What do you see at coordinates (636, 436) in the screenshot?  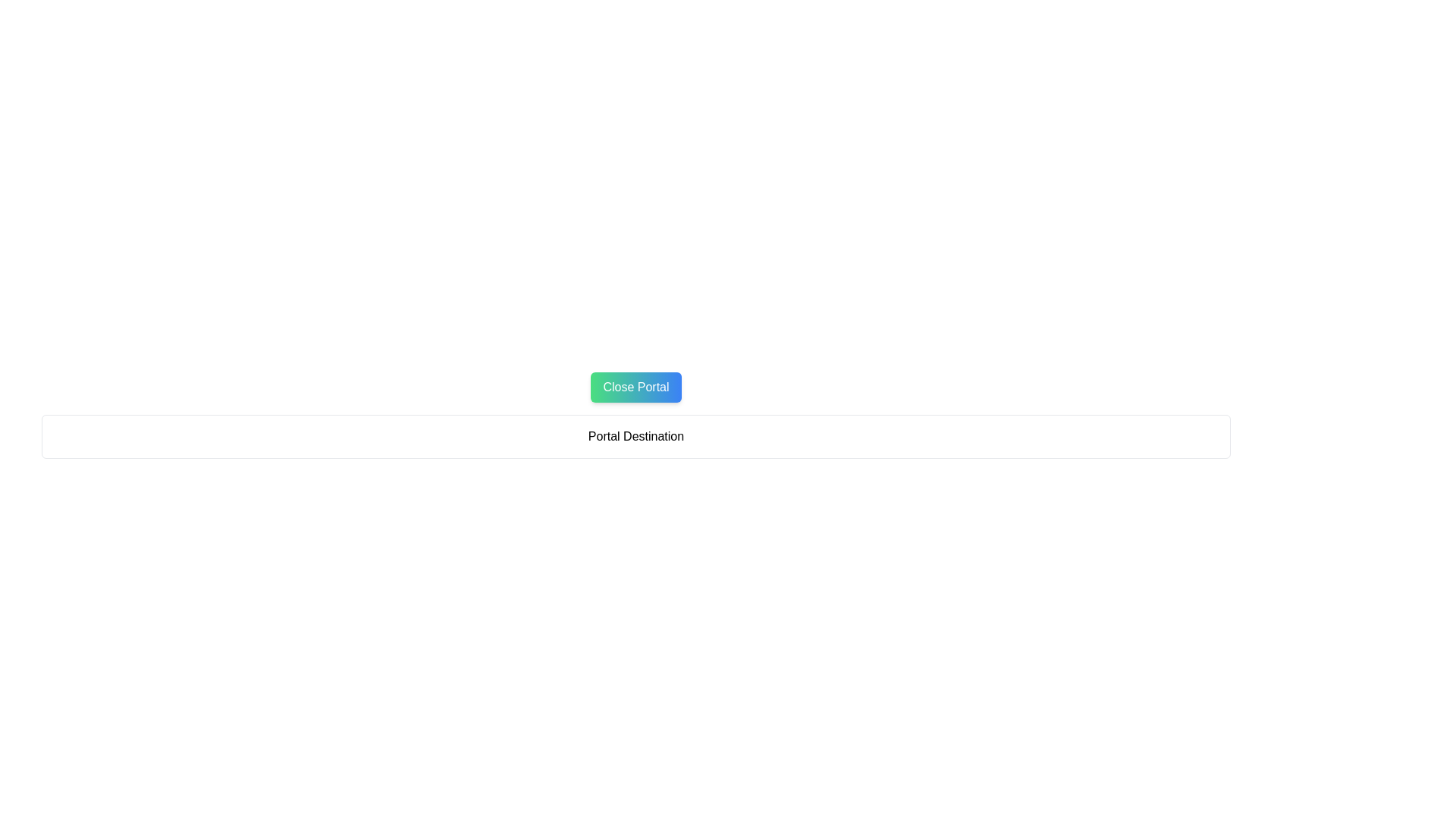 I see `the text label displaying 'Portal Destination', which is centrally aligned and positioned below the 'Close Portal' button` at bounding box center [636, 436].